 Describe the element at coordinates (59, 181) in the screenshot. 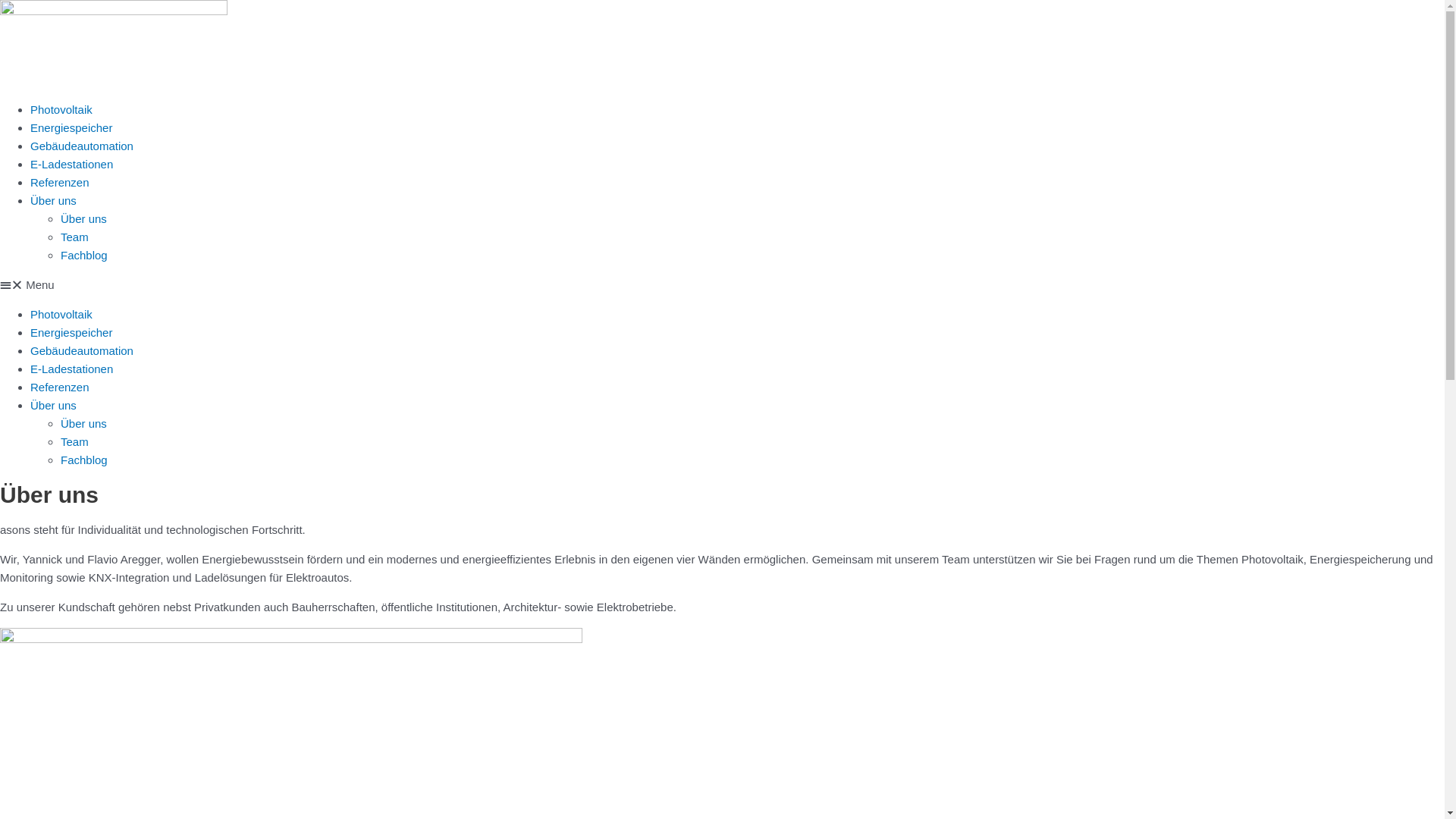

I see `'Referenzen'` at that location.